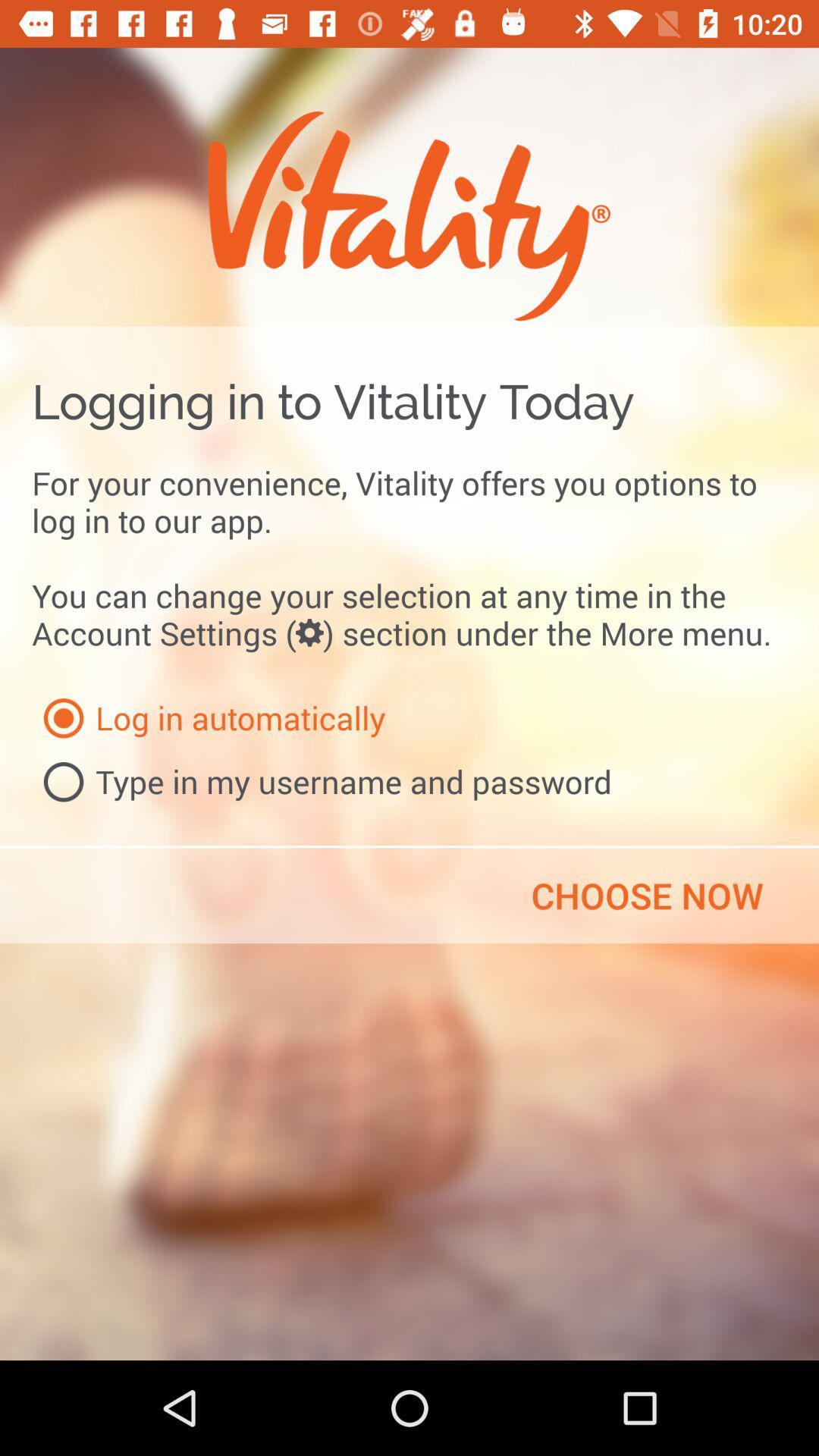 This screenshot has height=1456, width=819. Describe the element at coordinates (647, 896) in the screenshot. I see `the item on the right` at that location.